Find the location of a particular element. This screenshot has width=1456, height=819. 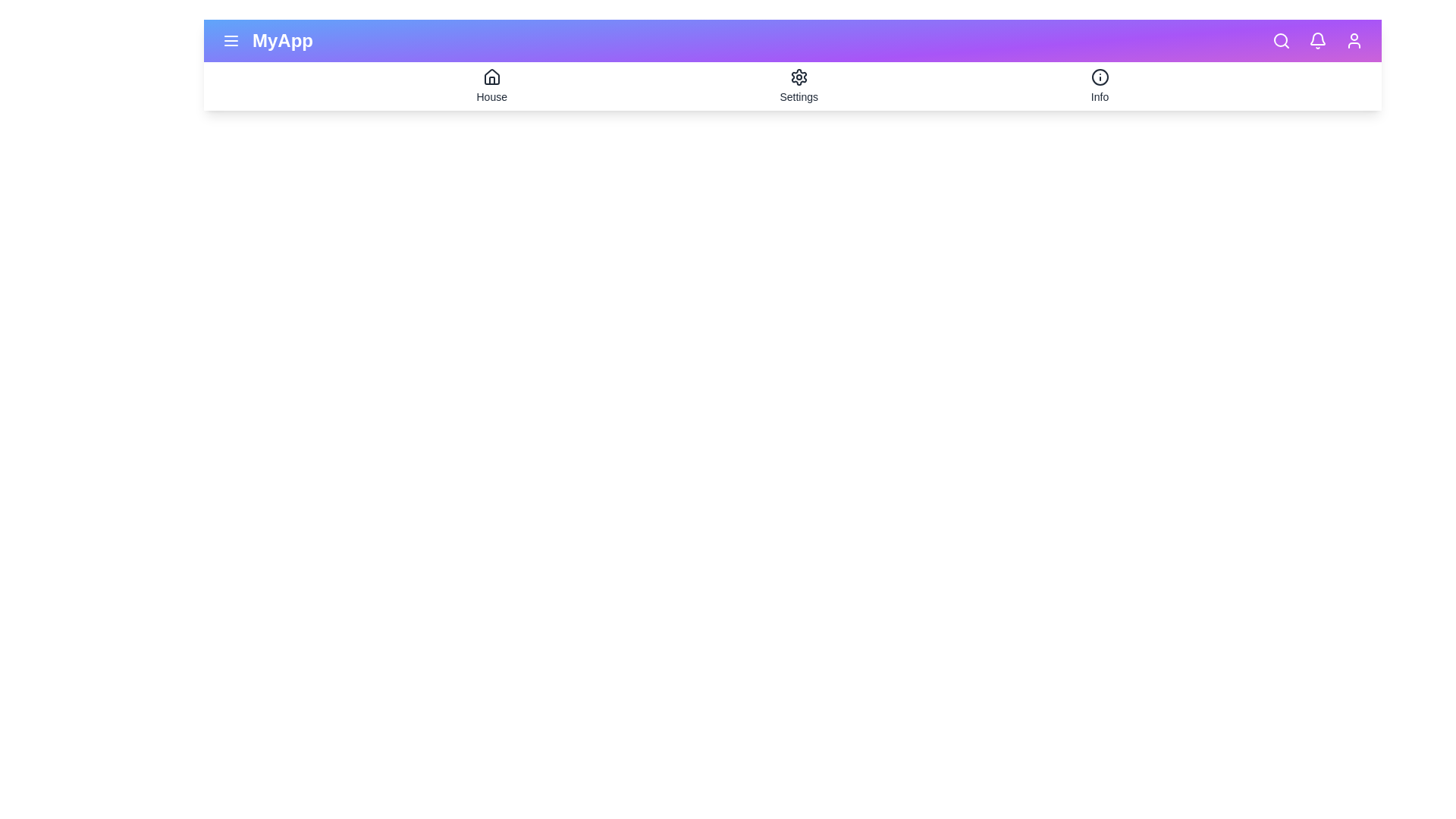

the icon home to preview its interaction is located at coordinates (491, 77).